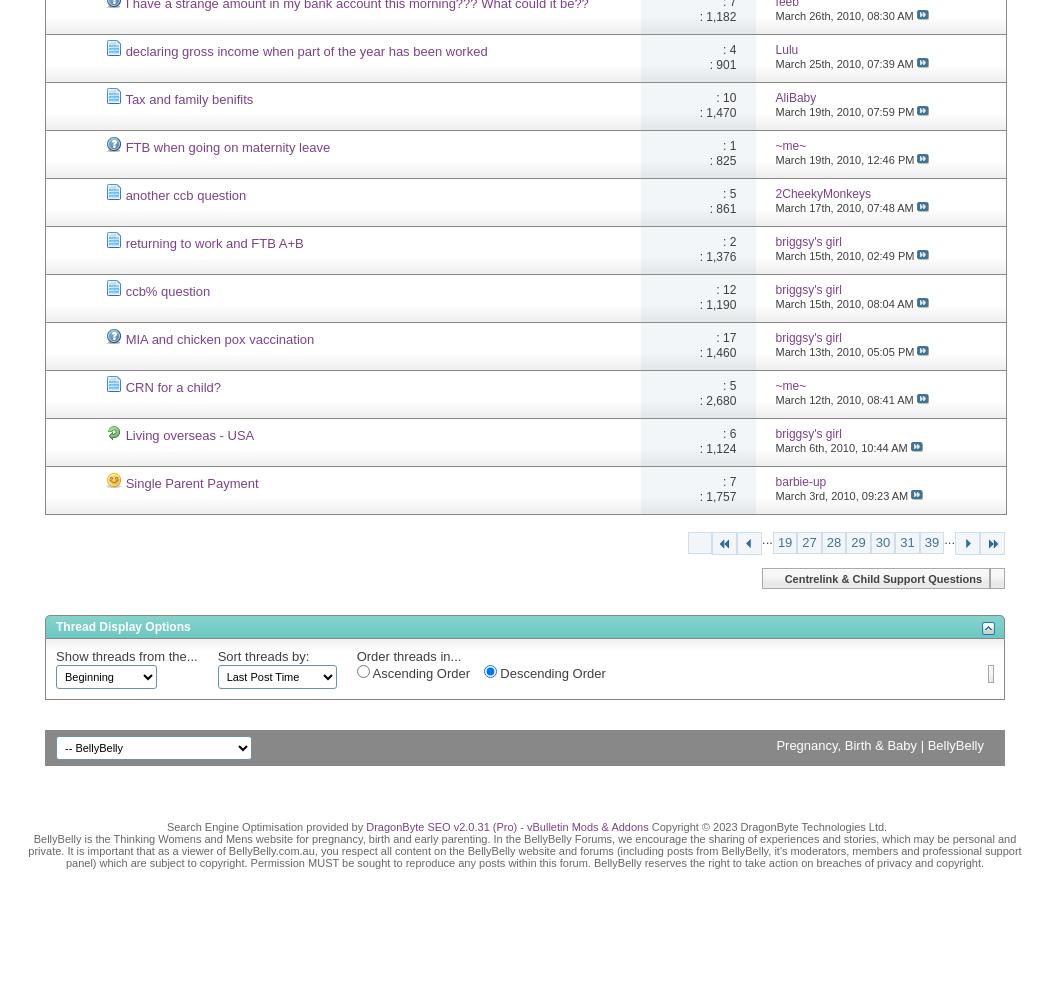  Describe the element at coordinates (586, 825) in the screenshot. I see `'vBulletin Mods & Addons'` at that location.